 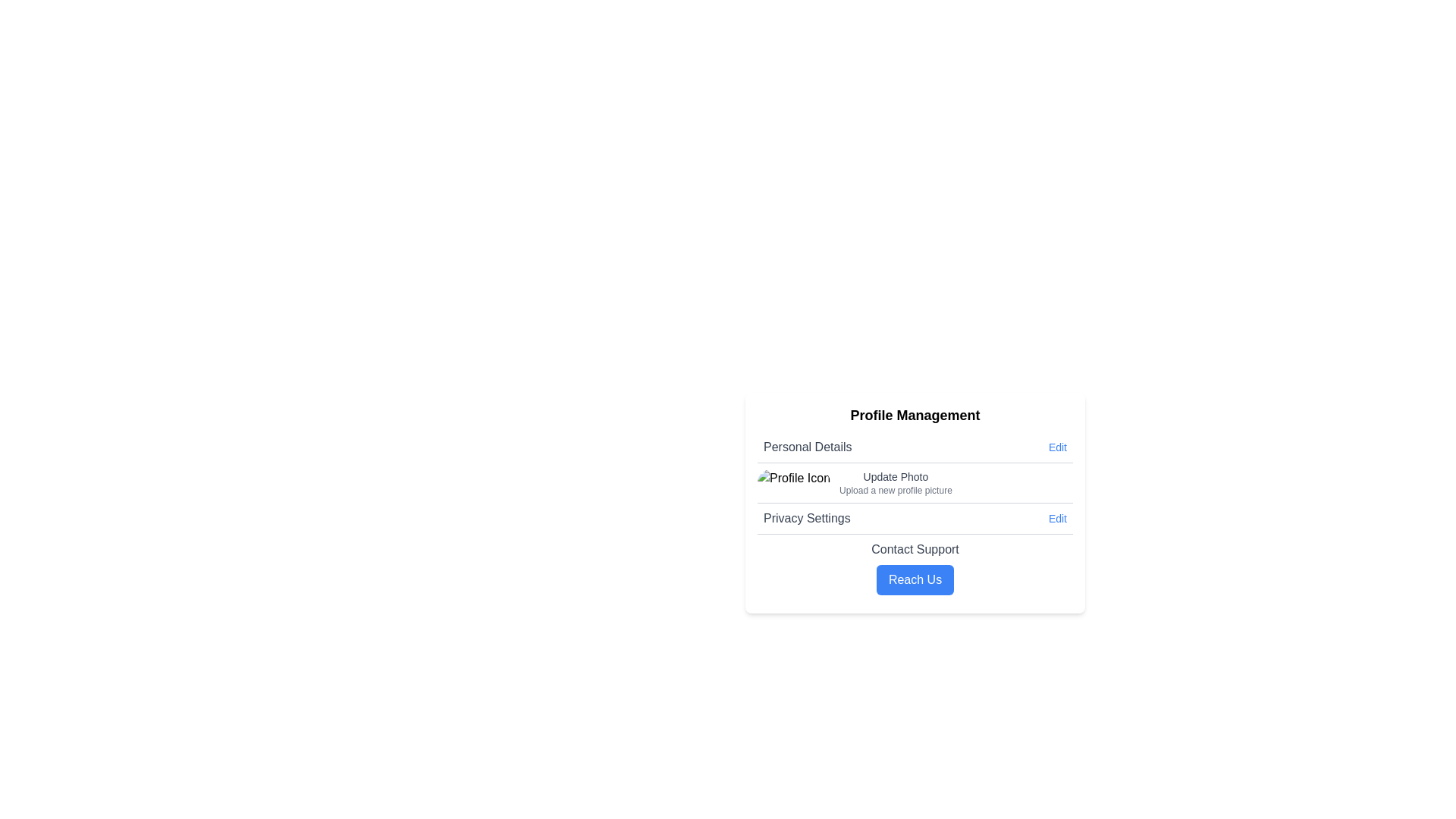 I want to click on the information display element for updating the user's profile picture located in the 'Profile Management' section, positioned between 'Personal Details' and 'Privacy Settings', so click(x=914, y=482).